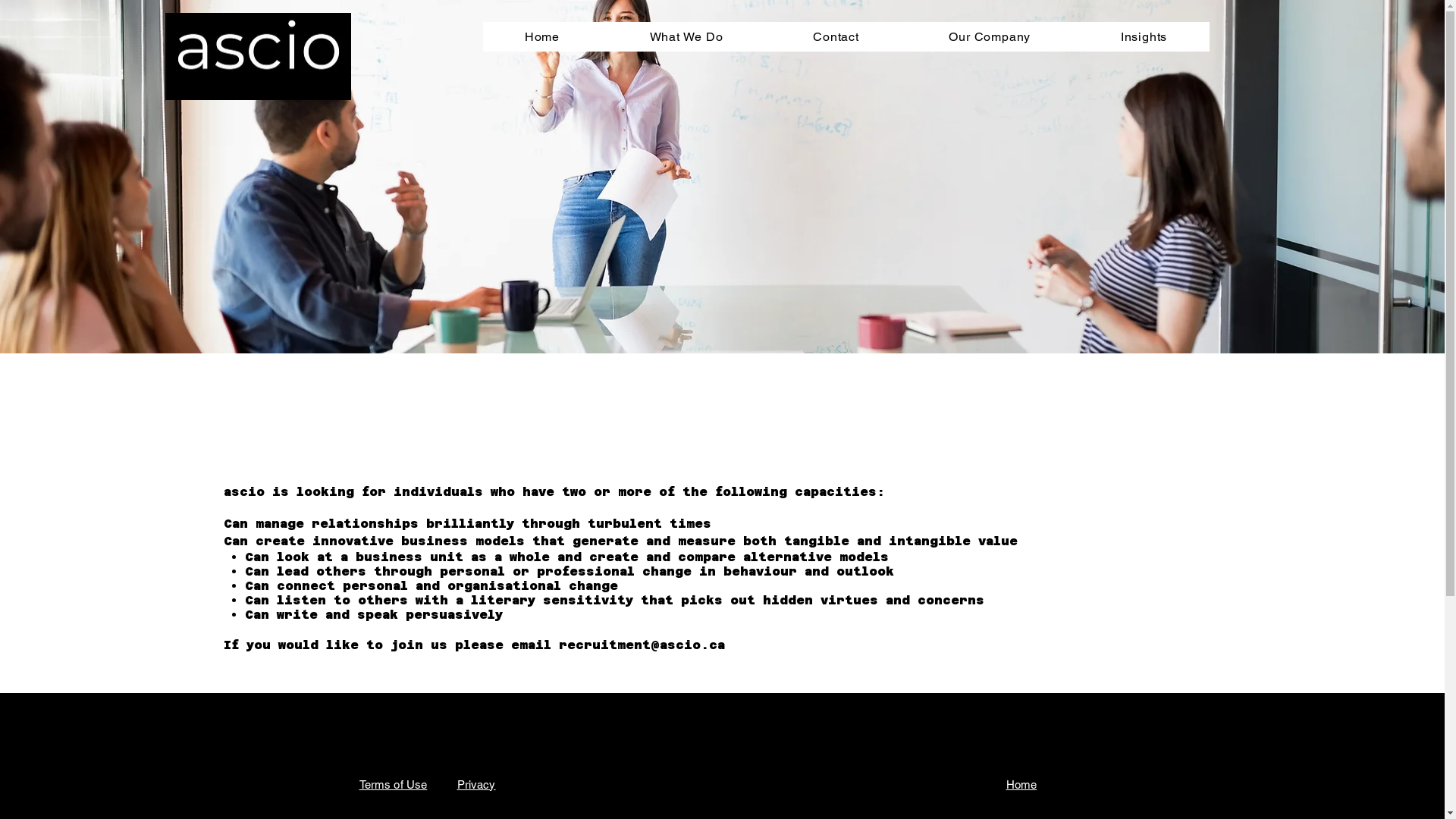 The height and width of the screenshot is (819, 1456). I want to click on 'Terms of Use', so click(393, 784).